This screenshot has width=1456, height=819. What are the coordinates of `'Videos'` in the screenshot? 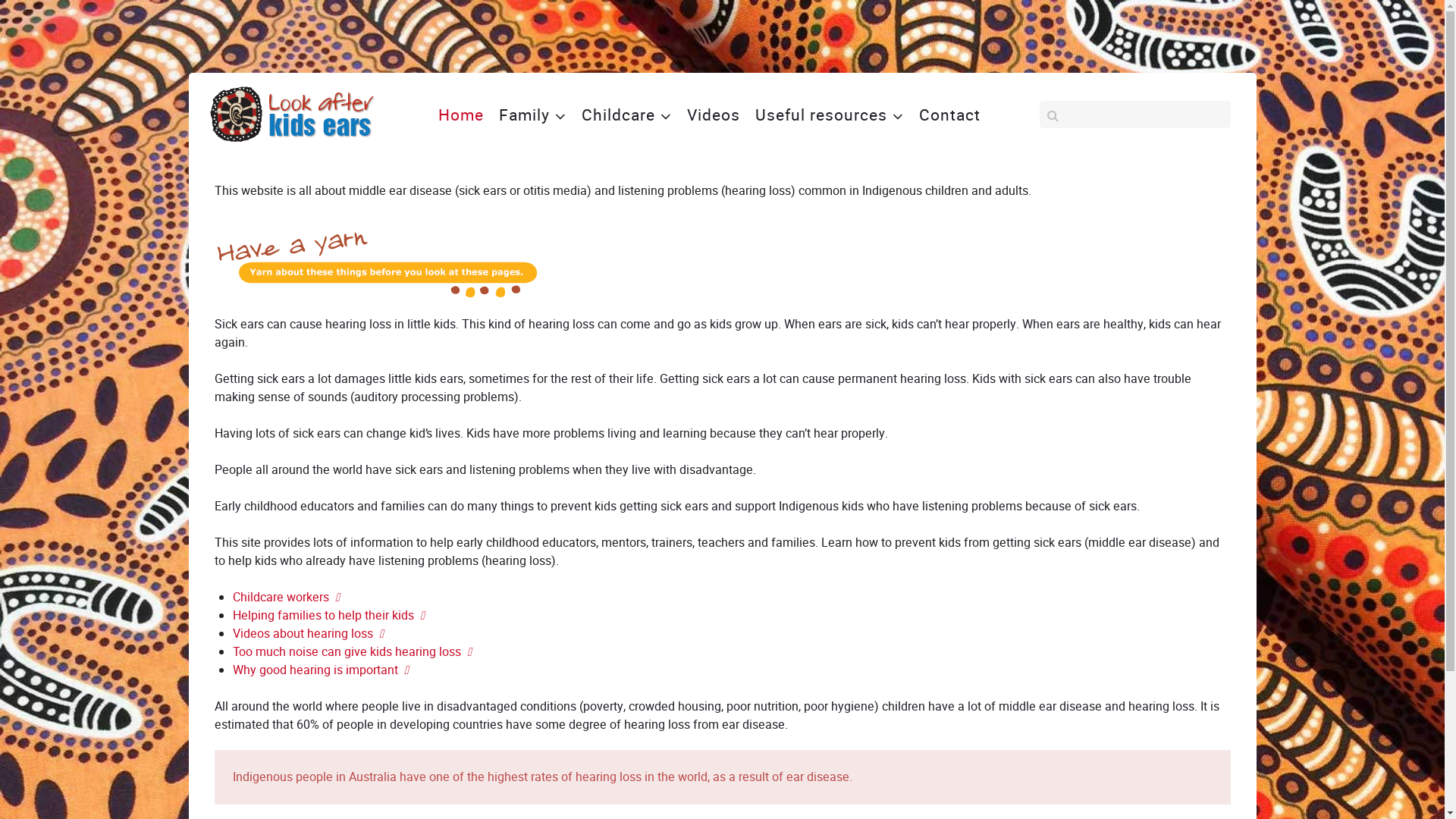 It's located at (712, 113).